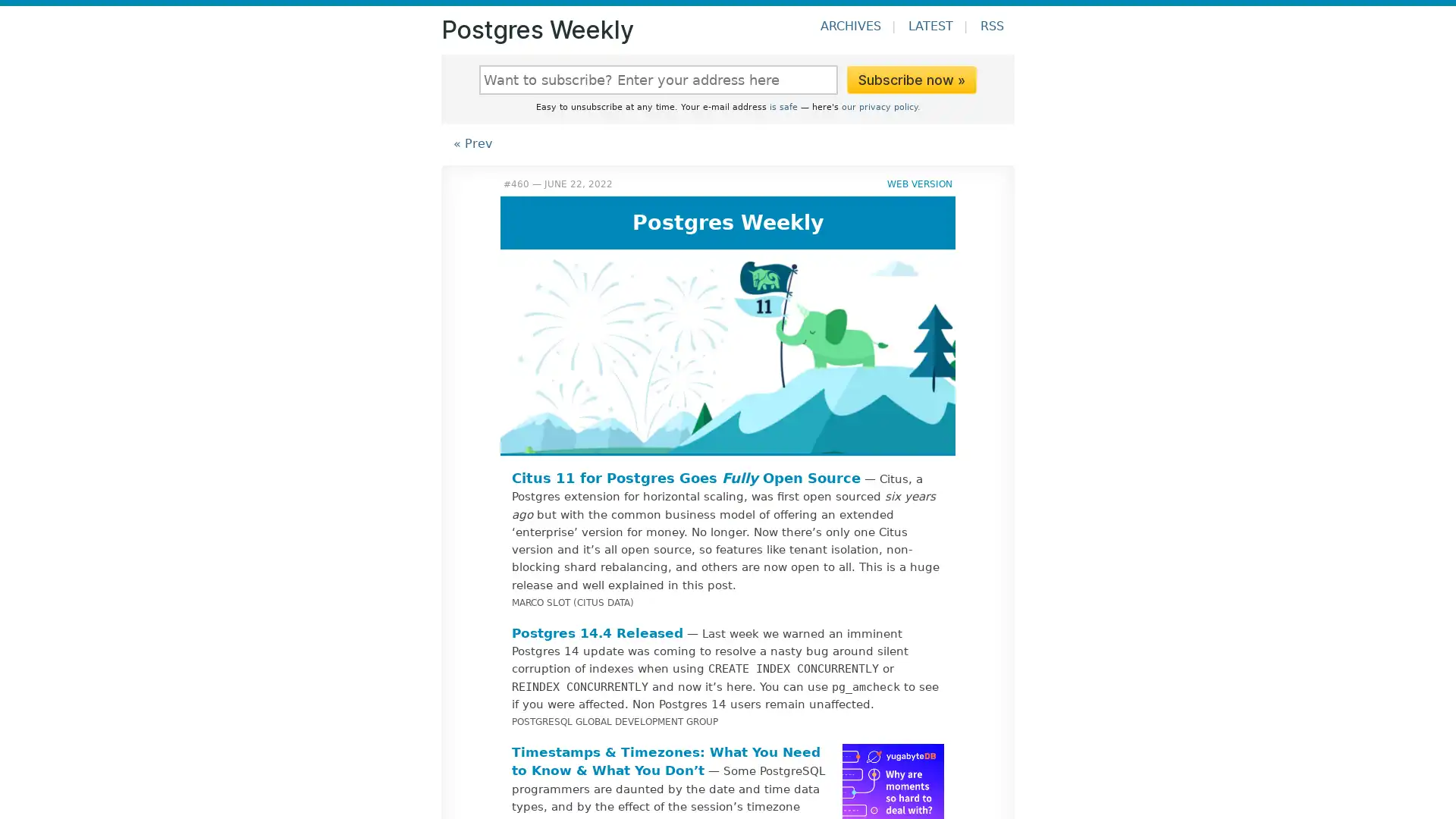 The height and width of the screenshot is (819, 1456). Describe the element at coordinates (911, 80) in the screenshot. I see `Subscribe now` at that location.